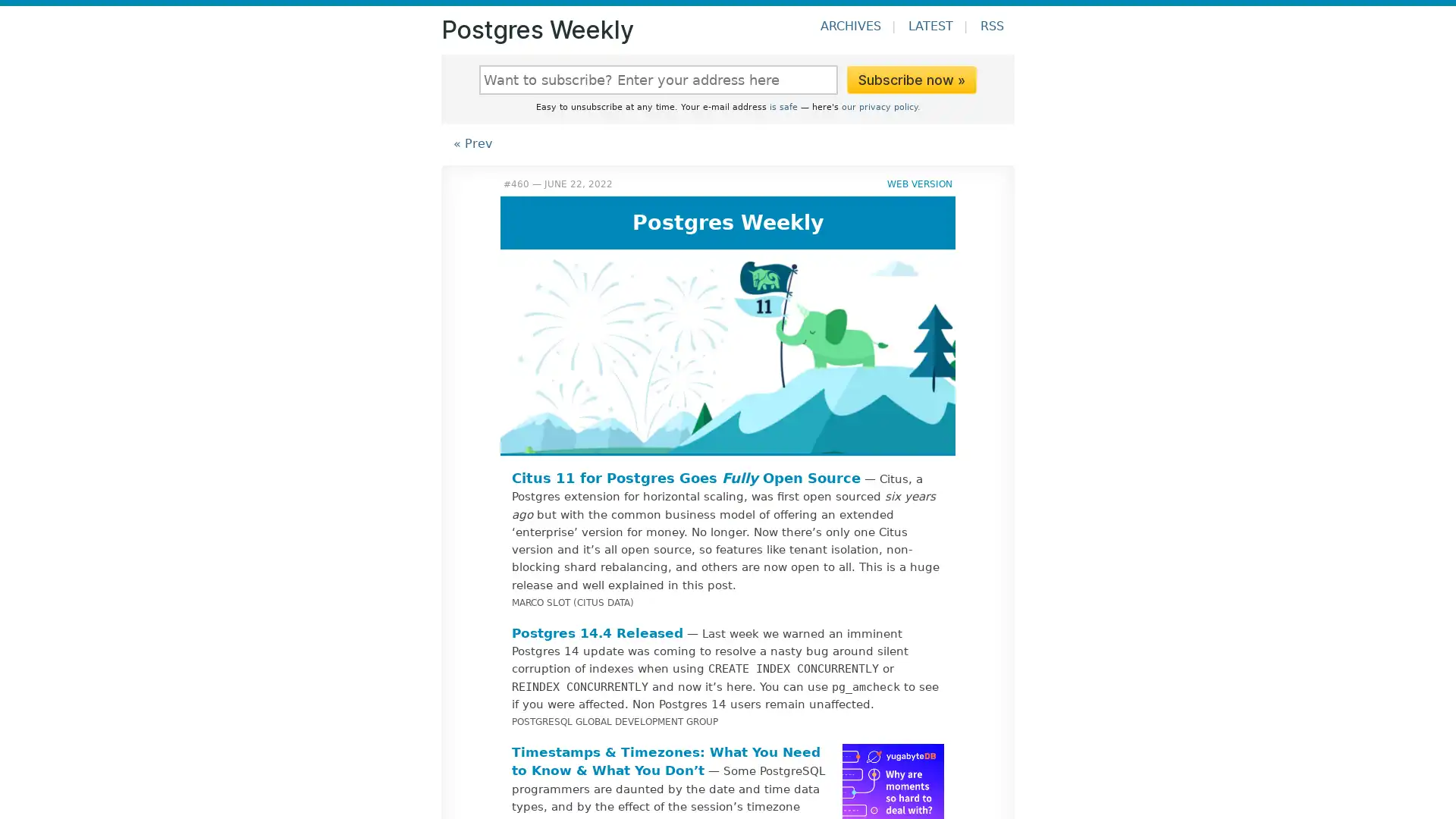 The height and width of the screenshot is (819, 1456). Describe the element at coordinates (911, 80) in the screenshot. I see `Subscribe now` at that location.